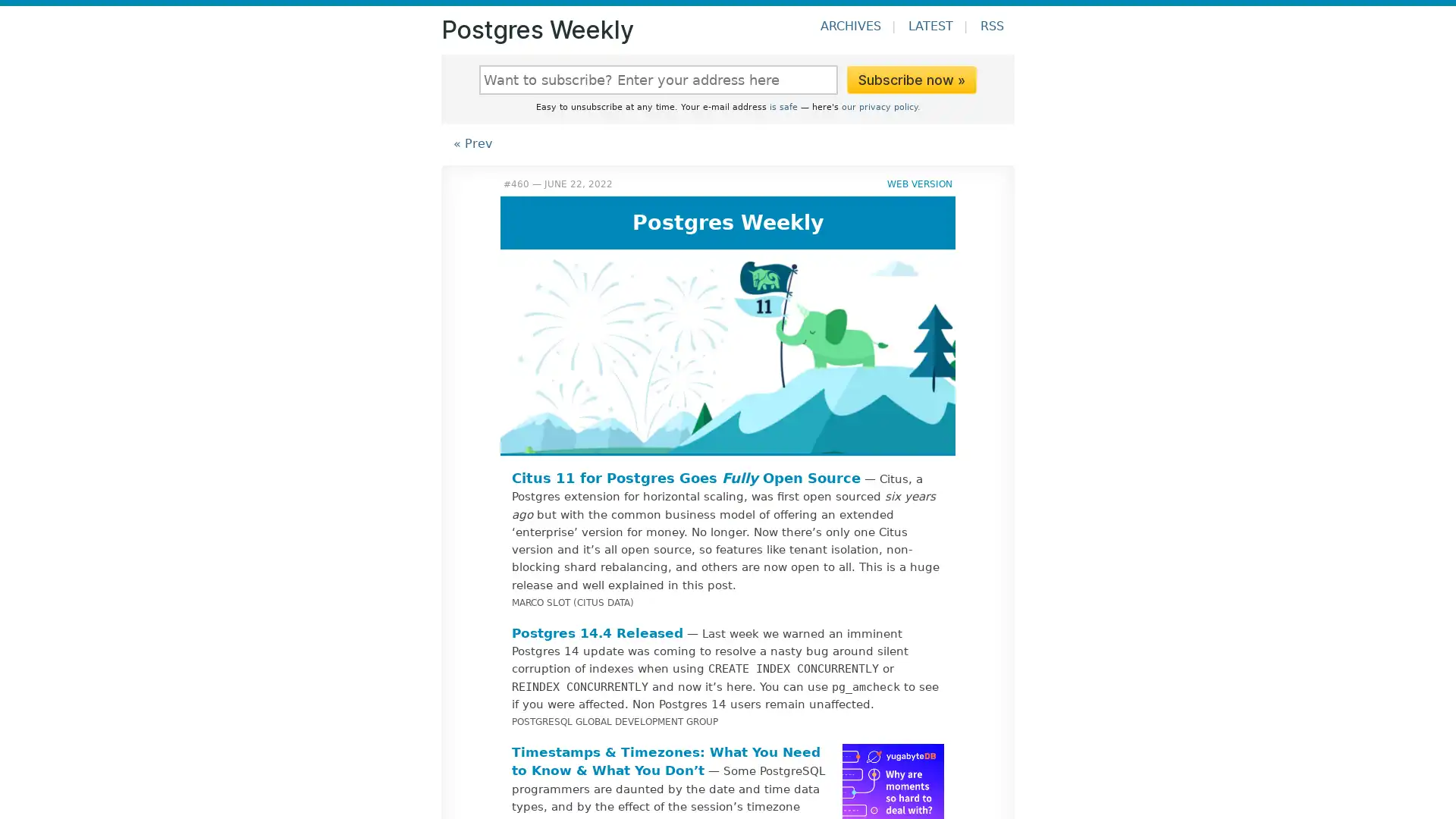 The height and width of the screenshot is (819, 1456). Describe the element at coordinates (911, 80) in the screenshot. I see `Subscribe now` at that location.